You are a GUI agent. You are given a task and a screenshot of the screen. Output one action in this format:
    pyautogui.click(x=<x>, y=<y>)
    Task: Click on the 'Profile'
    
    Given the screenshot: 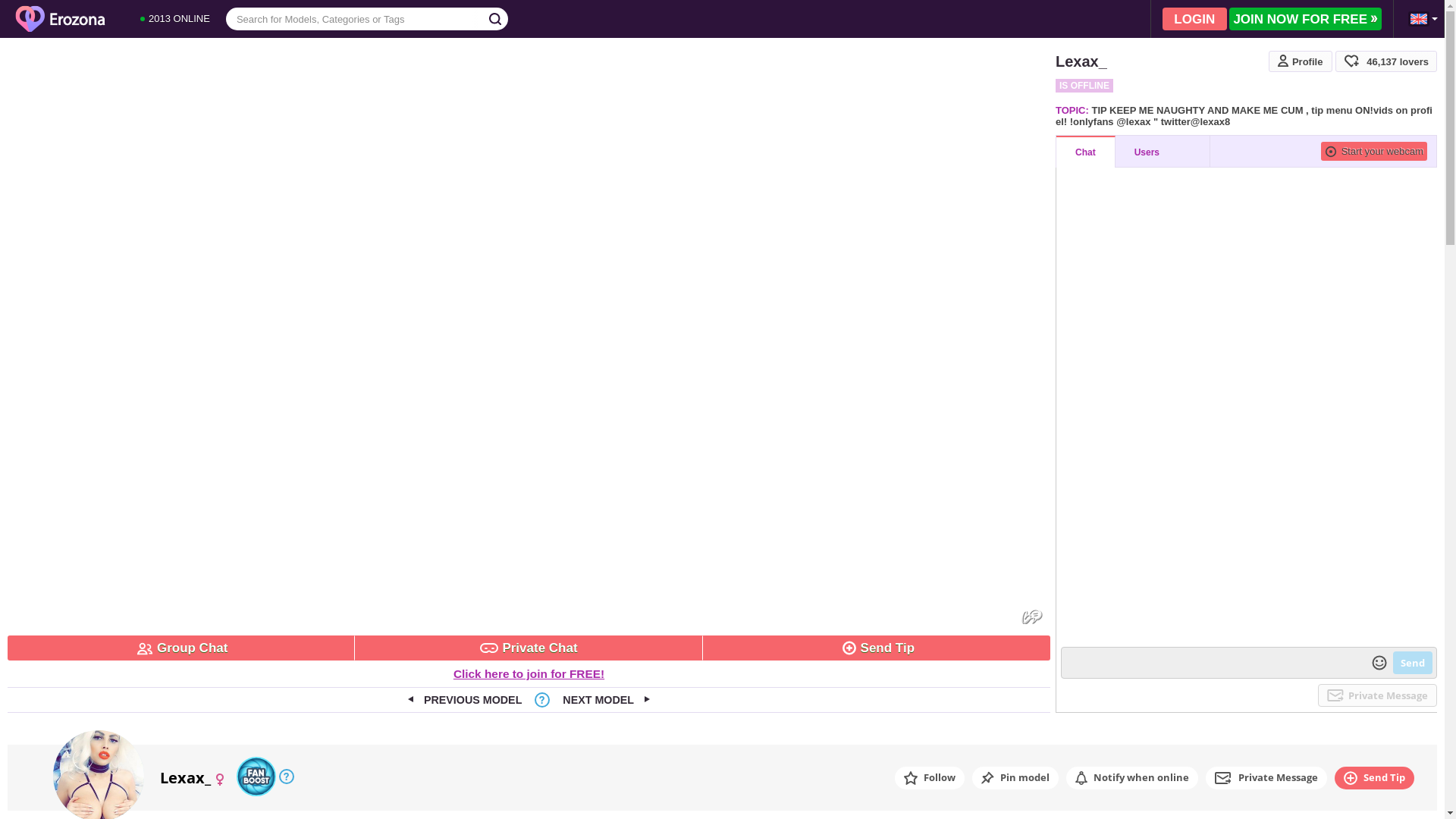 What is the action you would take?
    pyautogui.click(x=1299, y=61)
    